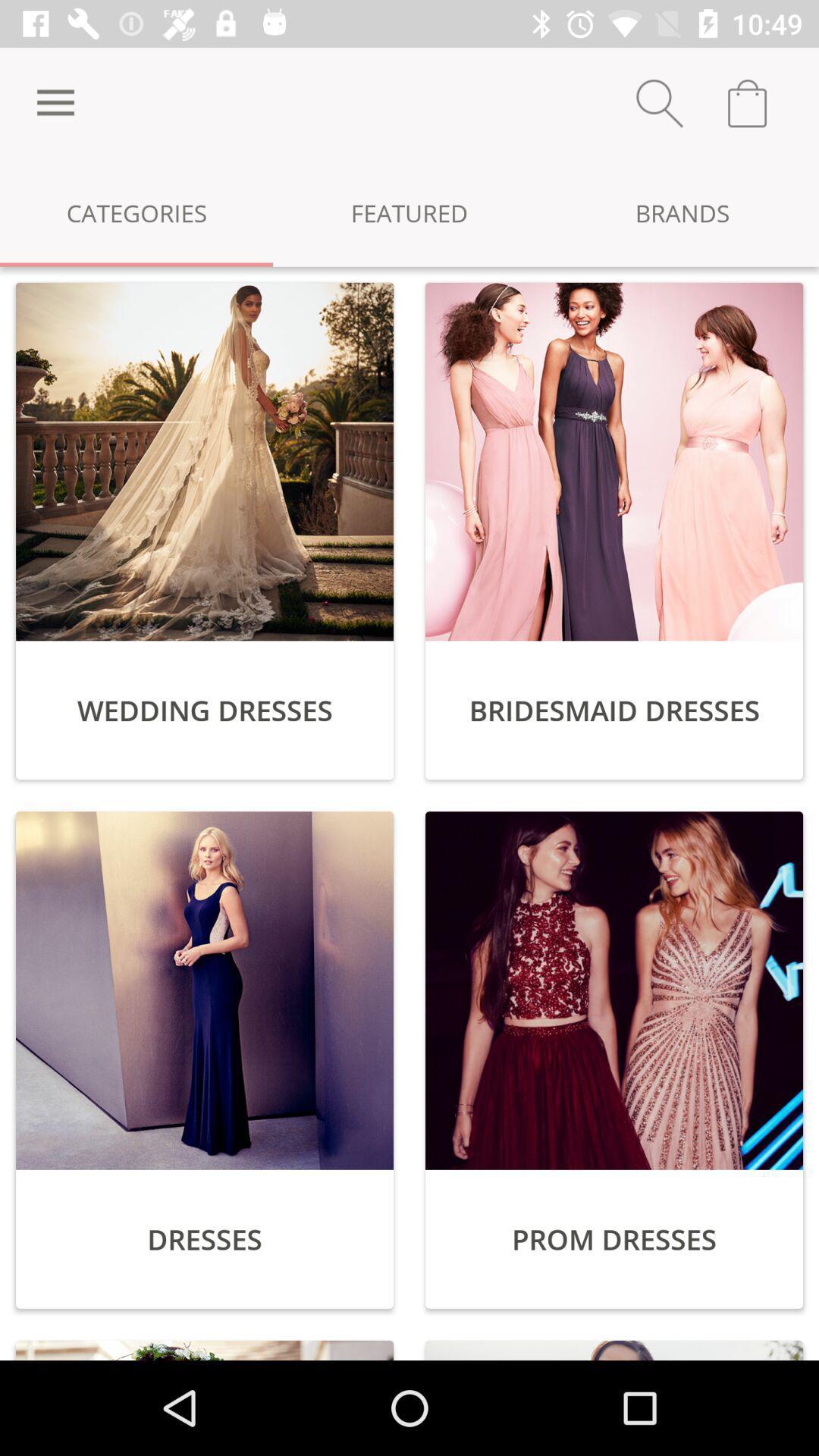 The width and height of the screenshot is (819, 1456). What do you see at coordinates (55, 102) in the screenshot?
I see `item above the categories` at bounding box center [55, 102].